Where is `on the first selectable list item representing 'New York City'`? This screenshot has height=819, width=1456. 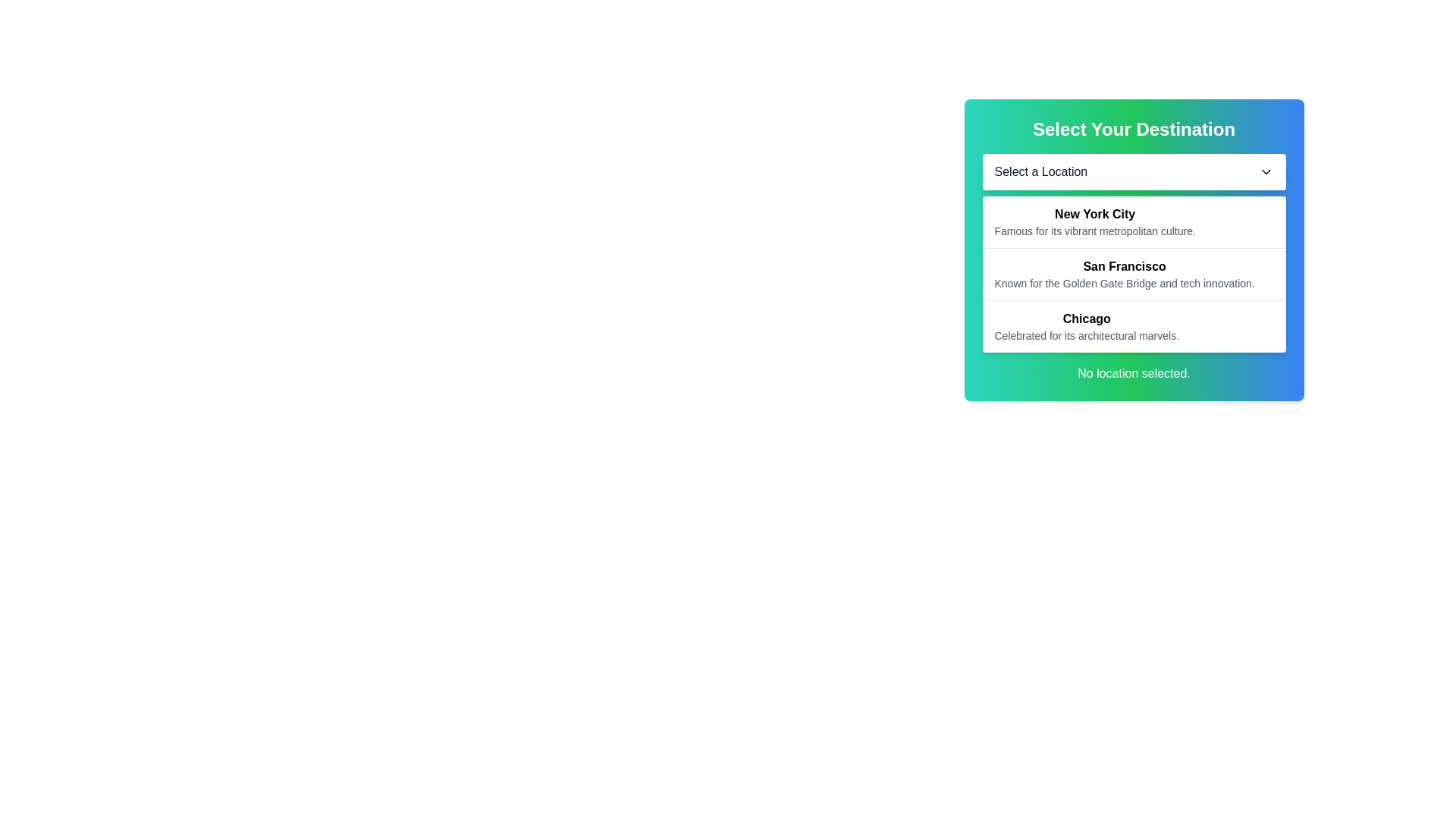 on the first selectable list item representing 'New York City' is located at coordinates (1134, 222).